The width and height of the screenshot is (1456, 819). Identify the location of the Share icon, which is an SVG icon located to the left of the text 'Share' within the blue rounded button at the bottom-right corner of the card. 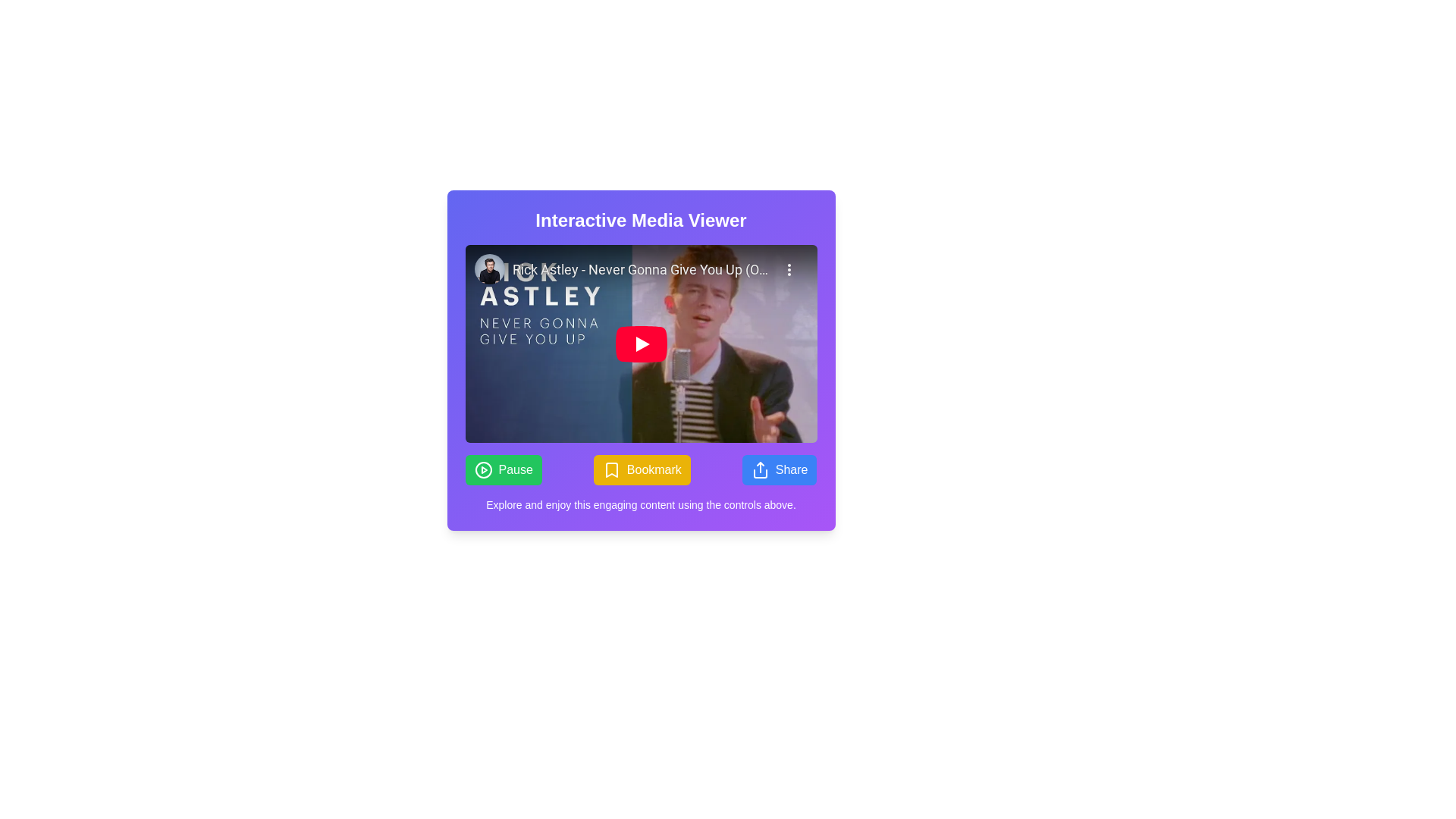
(760, 469).